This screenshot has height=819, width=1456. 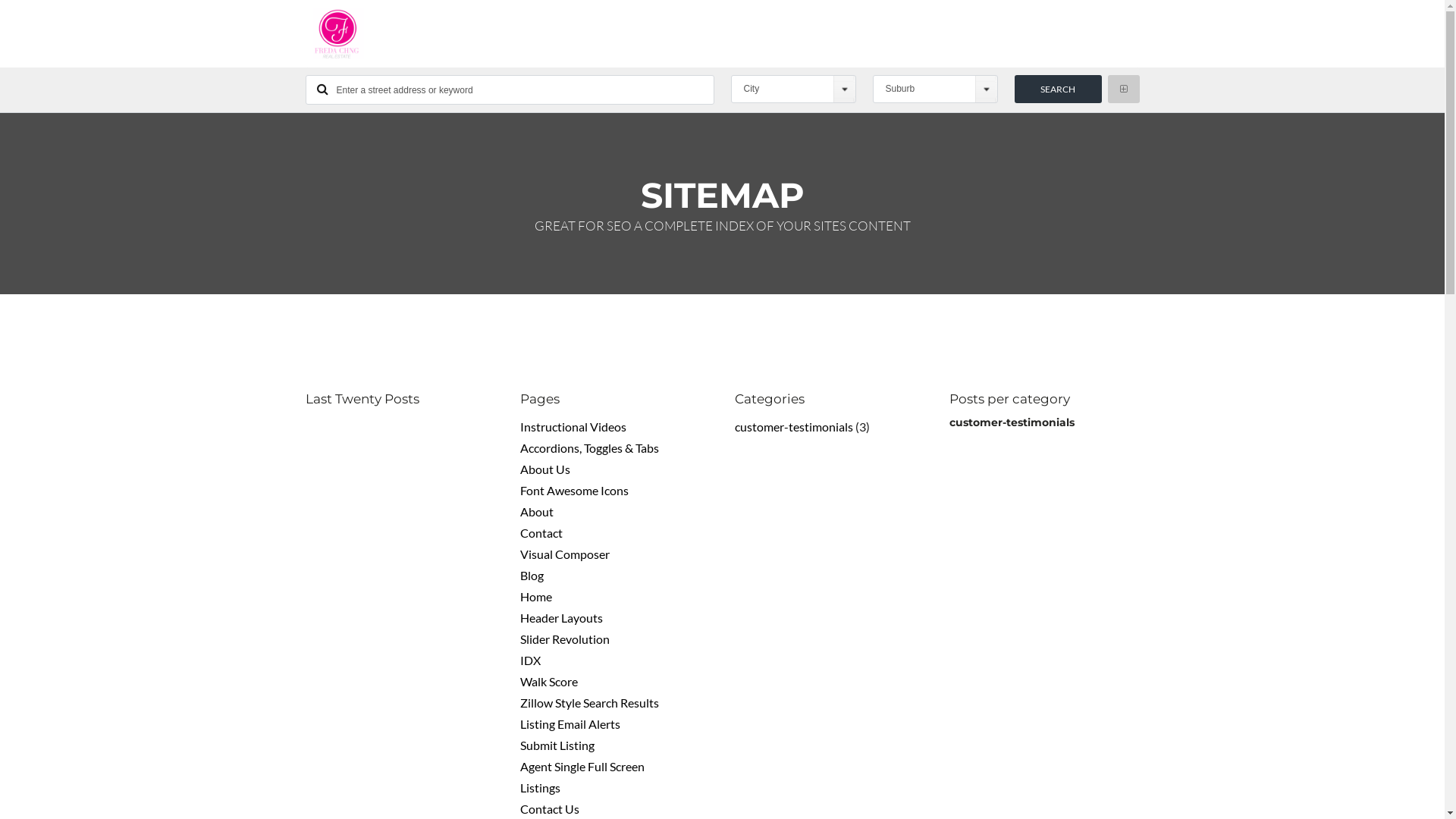 What do you see at coordinates (530, 659) in the screenshot?
I see `'IDX'` at bounding box center [530, 659].